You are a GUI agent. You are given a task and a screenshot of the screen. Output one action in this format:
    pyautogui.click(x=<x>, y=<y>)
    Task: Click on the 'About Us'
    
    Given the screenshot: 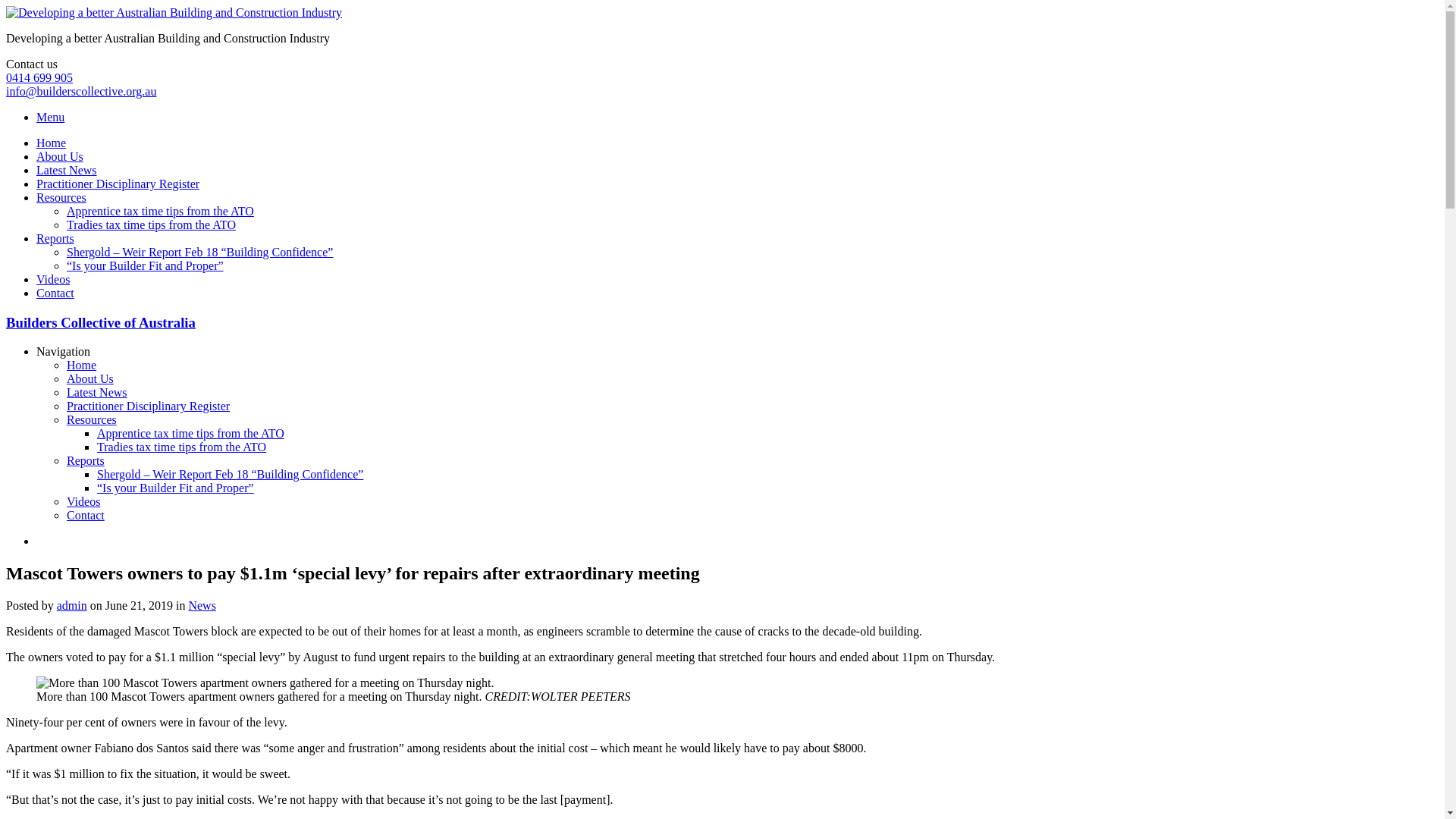 What is the action you would take?
    pyautogui.click(x=36, y=156)
    